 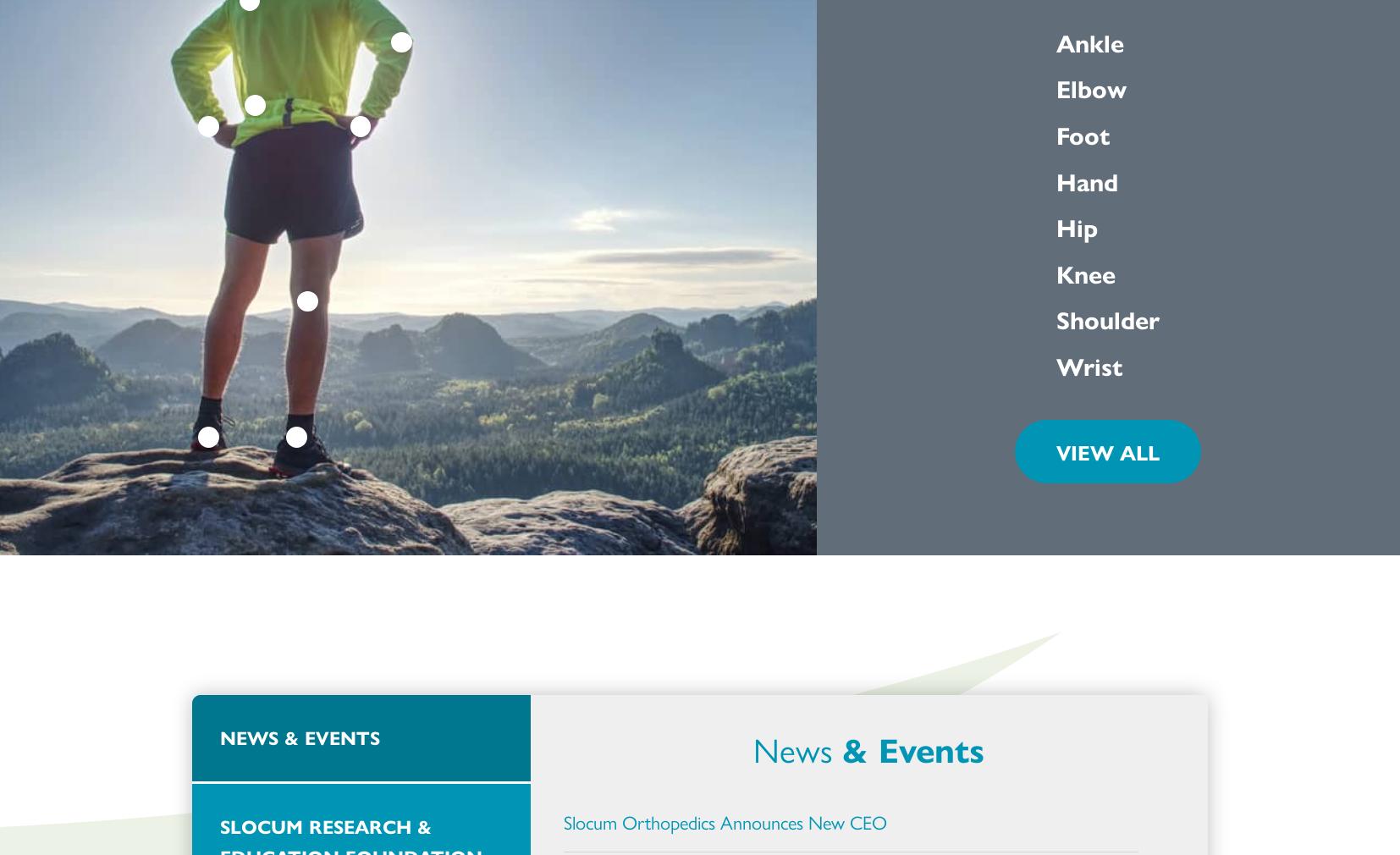 I want to click on 'Slocum Orthopedics Announces New CEO', so click(x=724, y=822).